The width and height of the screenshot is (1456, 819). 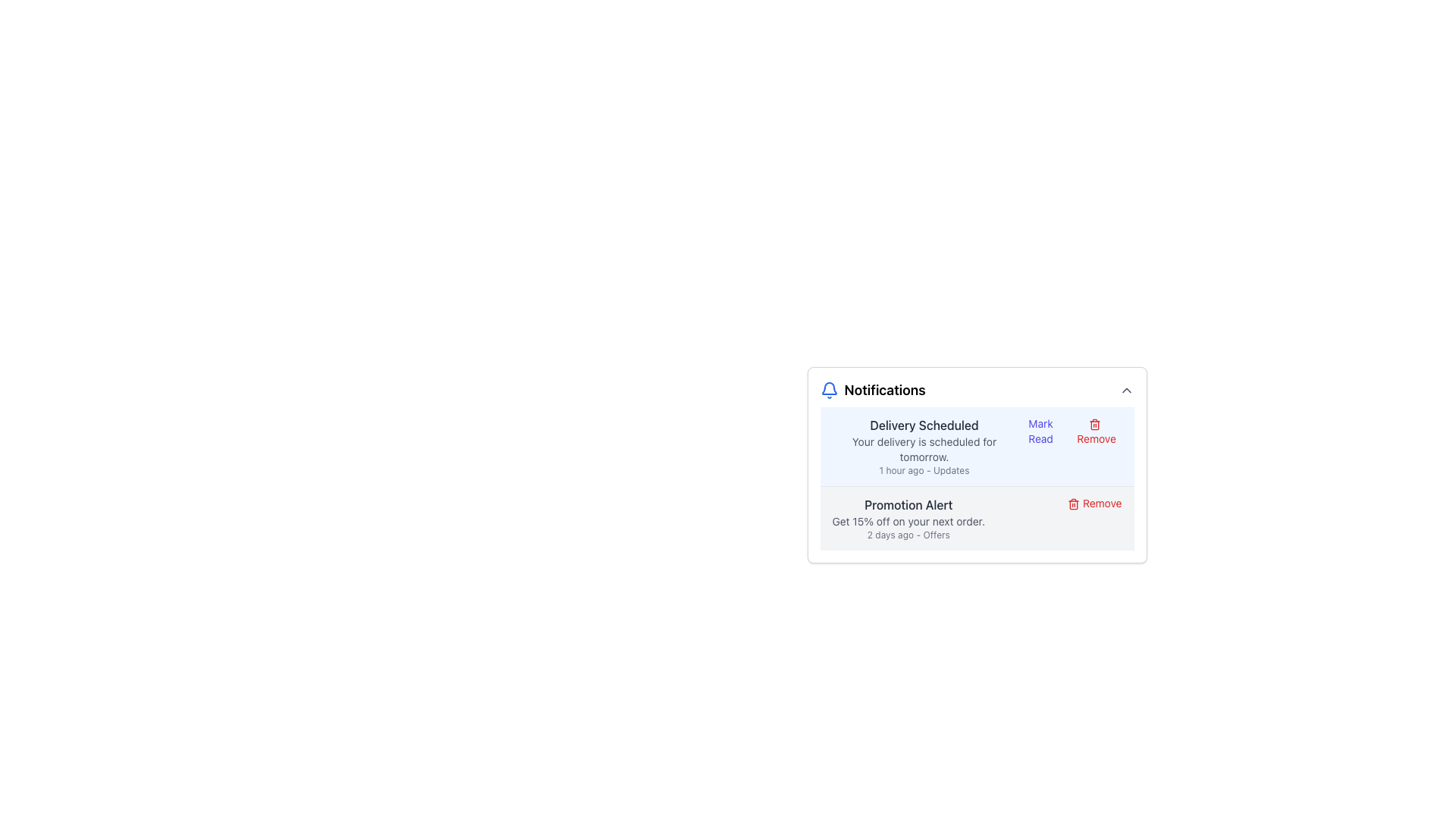 I want to click on the text element that displays 'Get 15% off on your next order.' positioned in the lower section of the notifications box, so click(x=908, y=520).